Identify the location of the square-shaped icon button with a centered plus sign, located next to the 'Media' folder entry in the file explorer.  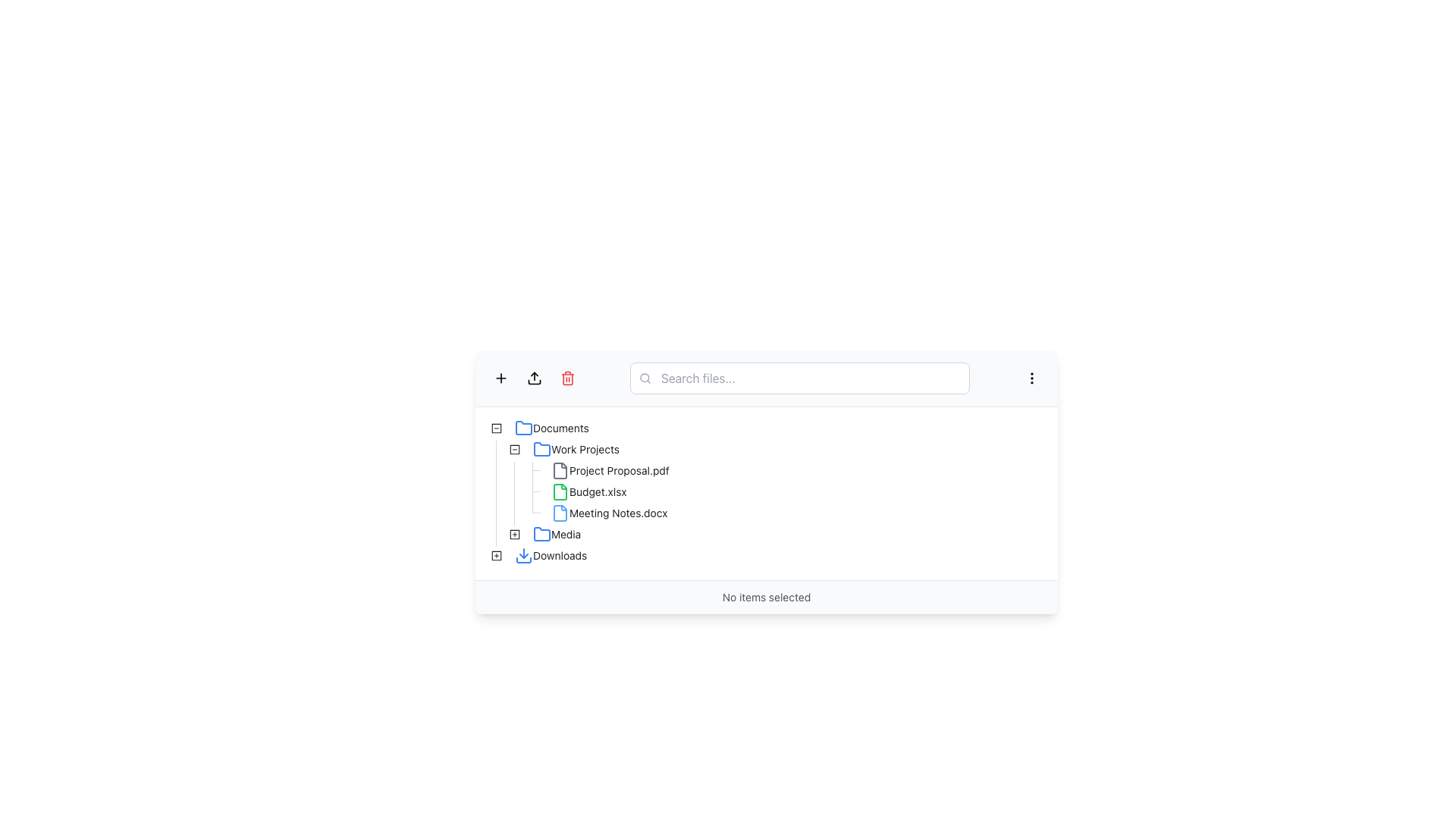
(514, 534).